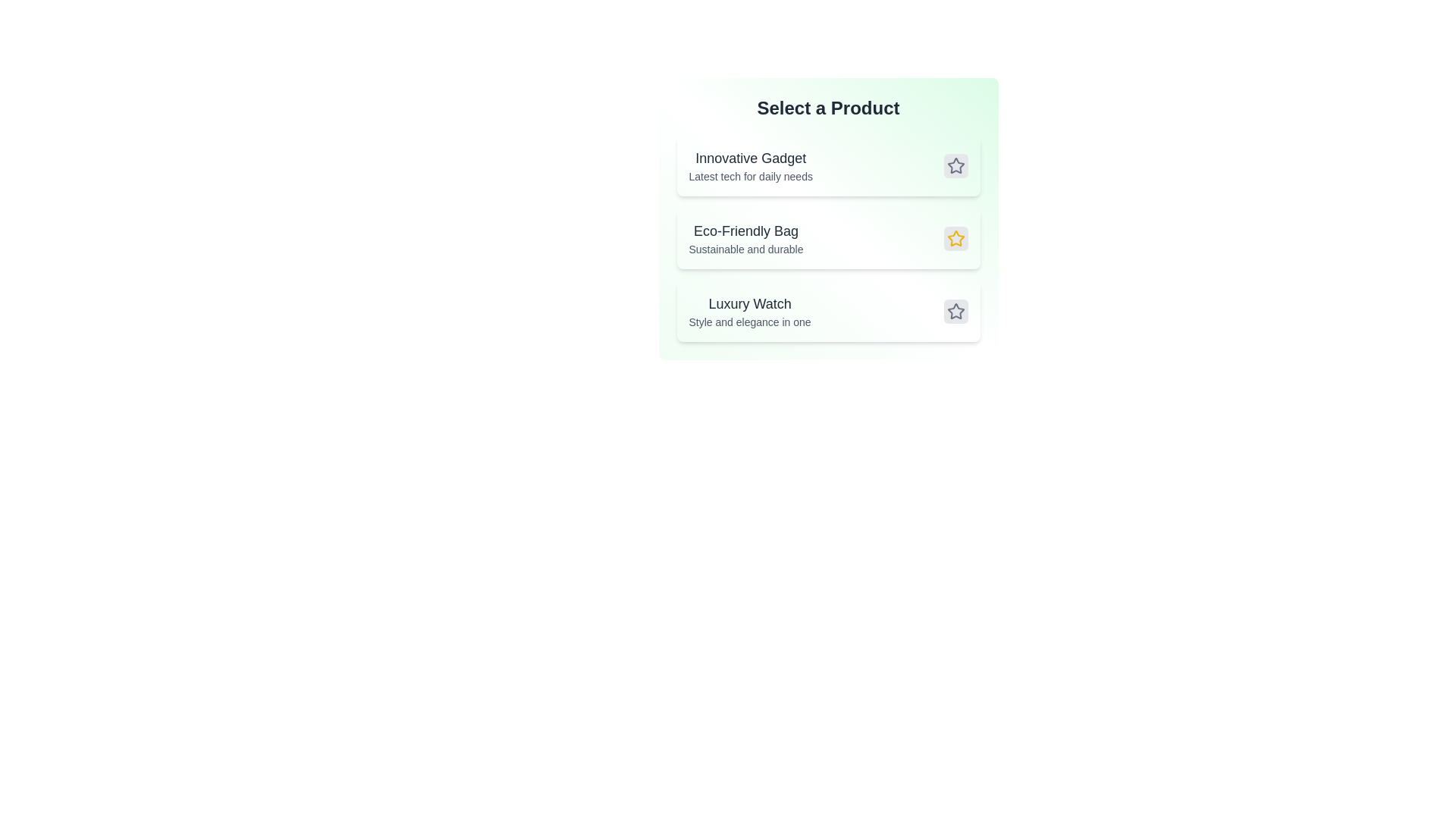 The height and width of the screenshot is (819, 1456). What do you see at coordinates (955, 166) in the screenshot?
I see `the product by clicking on the star button associated with Innovative Gadget` at bounding box center [955, 166].